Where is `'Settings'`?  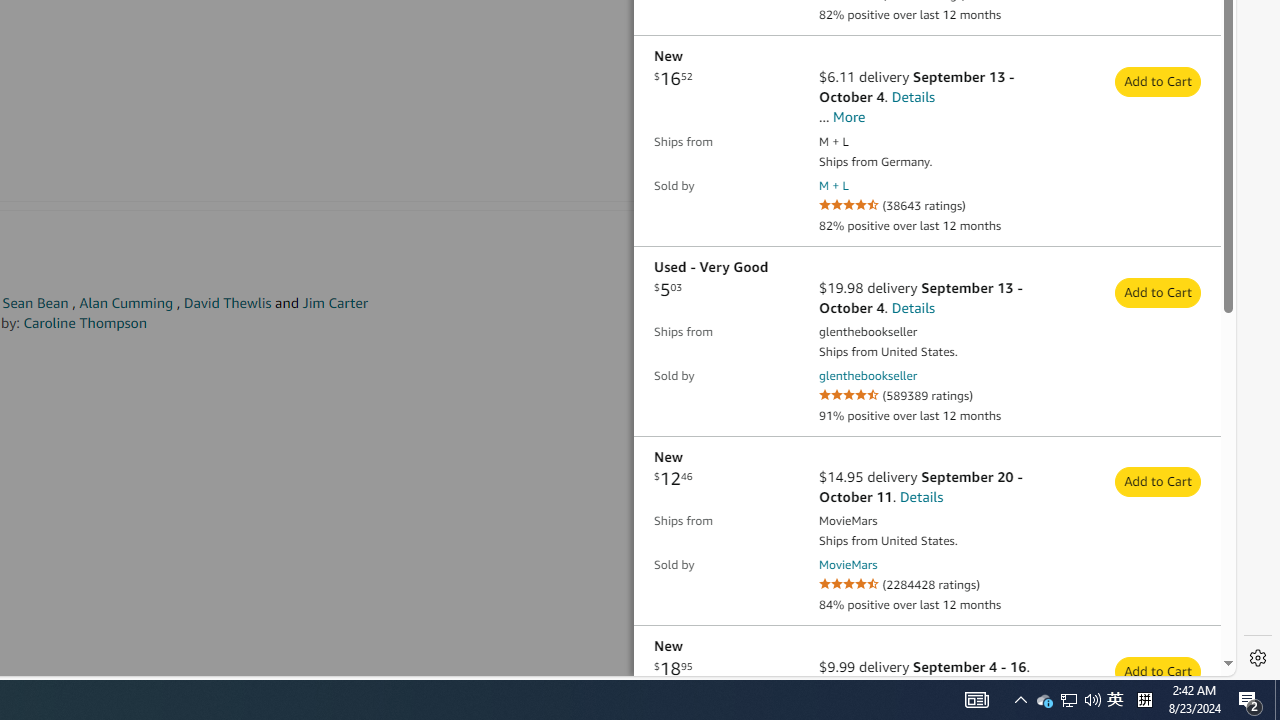 'Settings' is located at coordinates (1257, 658).